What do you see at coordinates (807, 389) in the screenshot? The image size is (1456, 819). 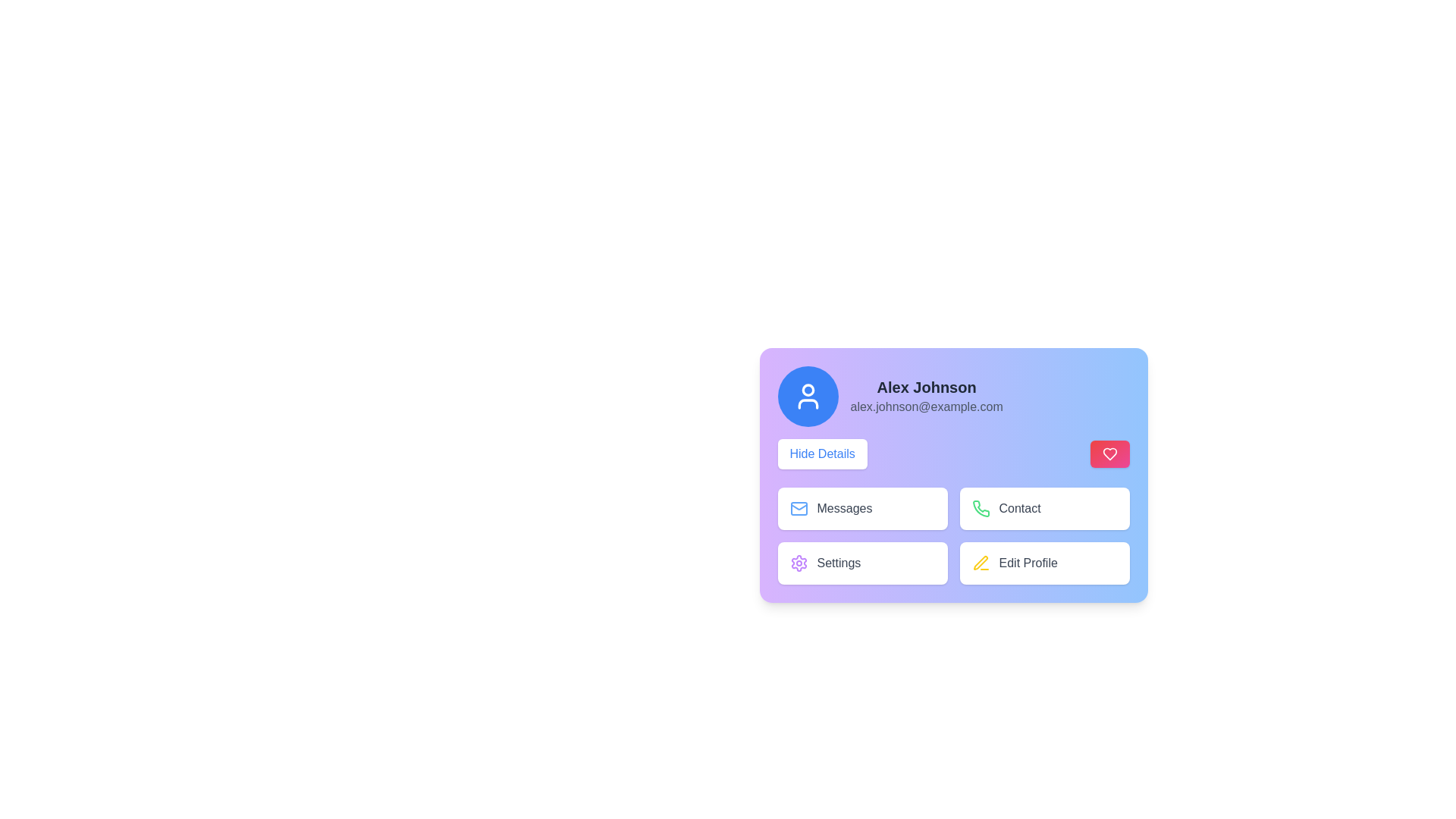 I see `the circular graphical representation of the avatar located in the central upper portion of the avatar component` at bounding box center [807, 389].